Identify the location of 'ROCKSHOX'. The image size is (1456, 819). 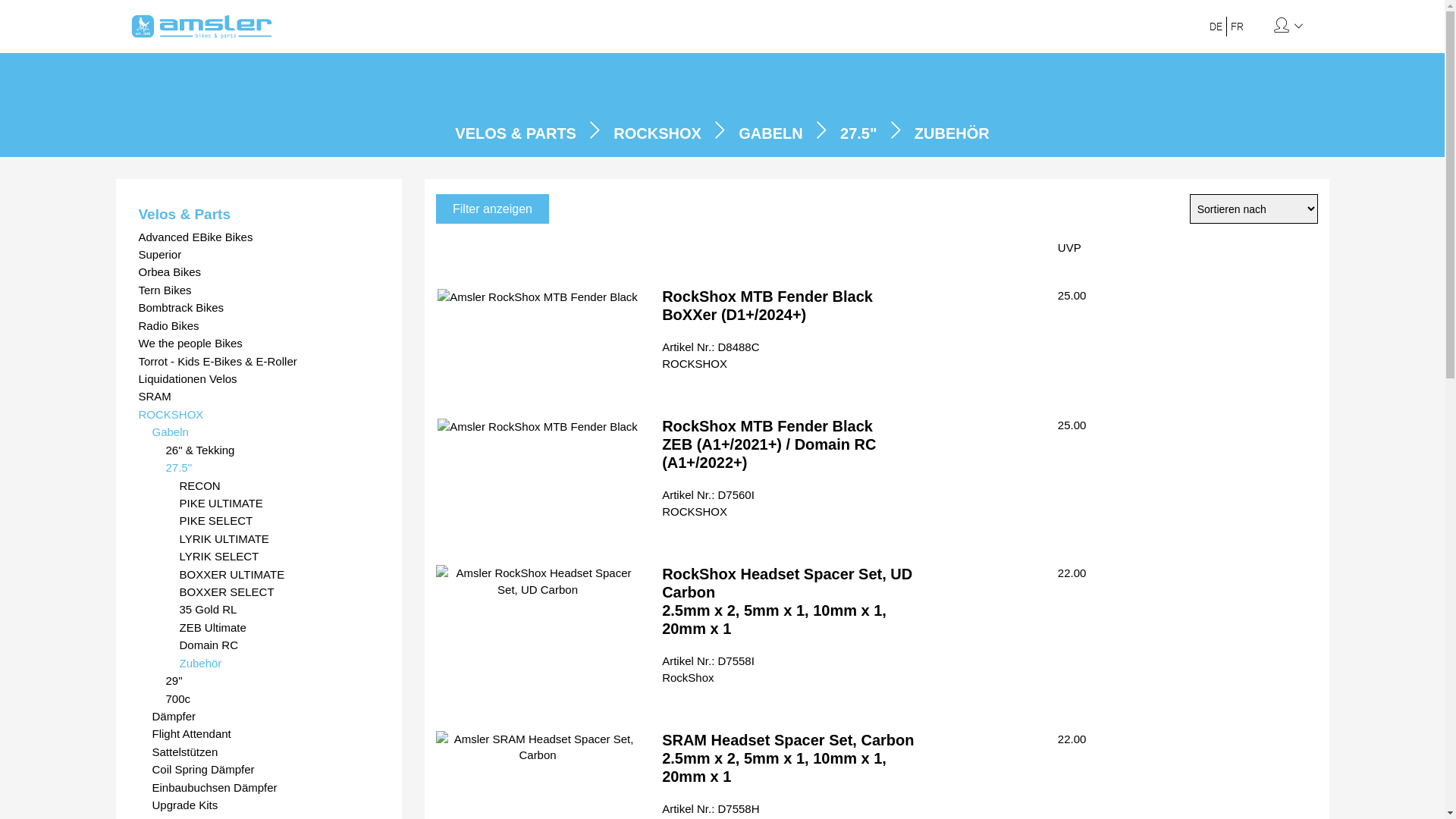
(613, 133).